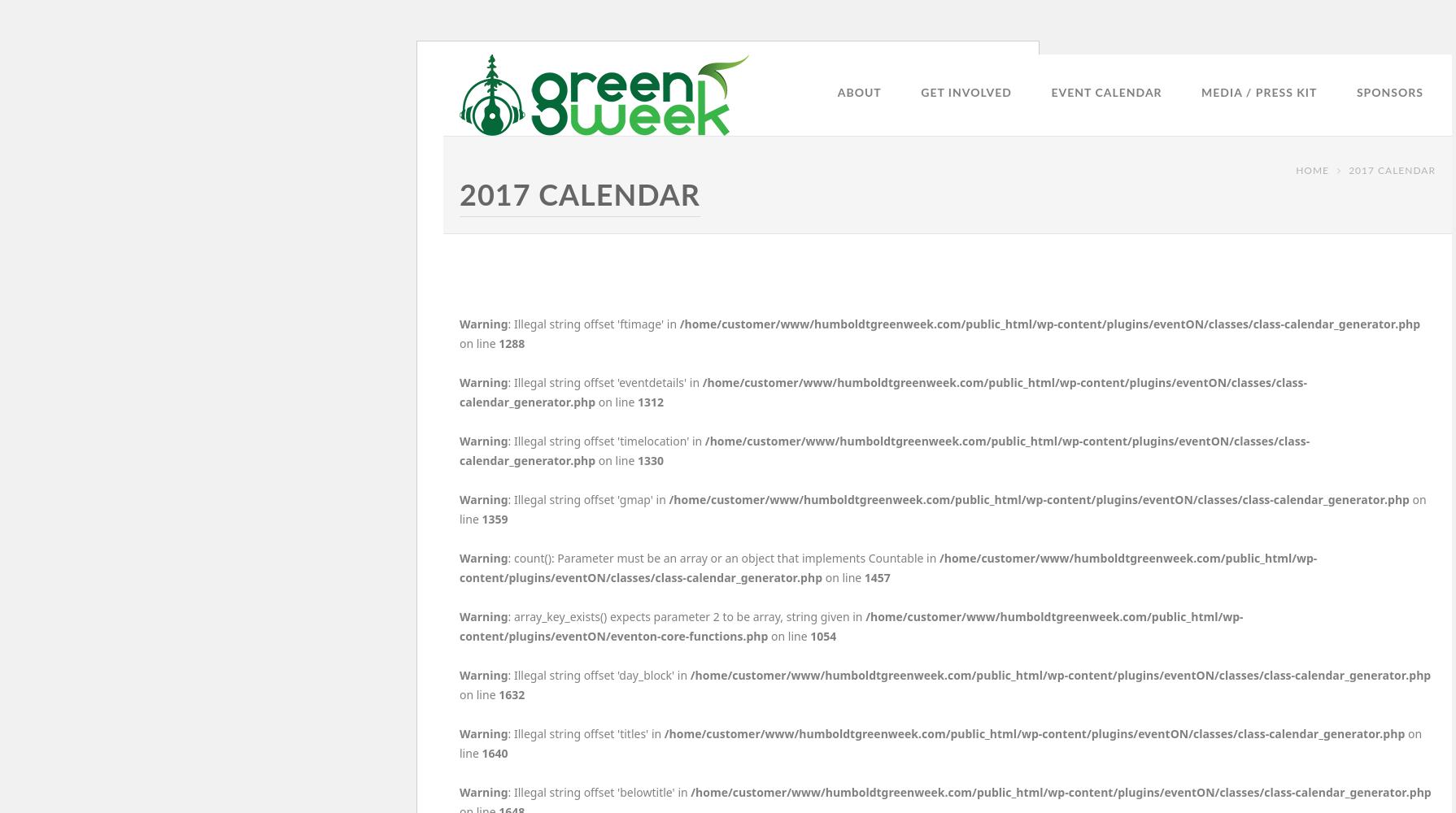 The height and width of the screenshot is (813, 1456). Describe the element at coordinates (480, 753) in the screenshot. I see `'1640'` at that location.